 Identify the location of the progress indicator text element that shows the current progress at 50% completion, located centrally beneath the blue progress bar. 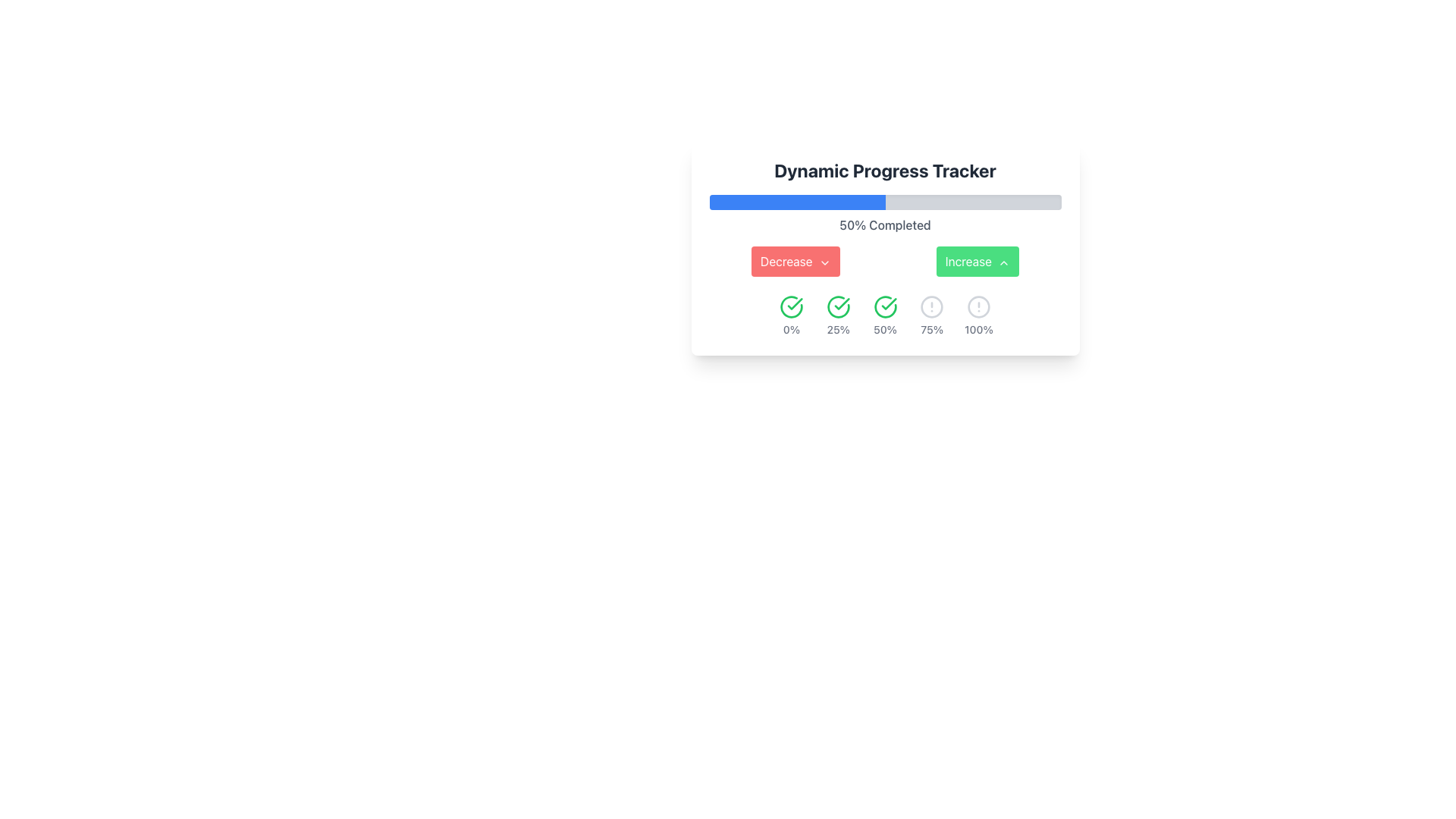
(885, 225).